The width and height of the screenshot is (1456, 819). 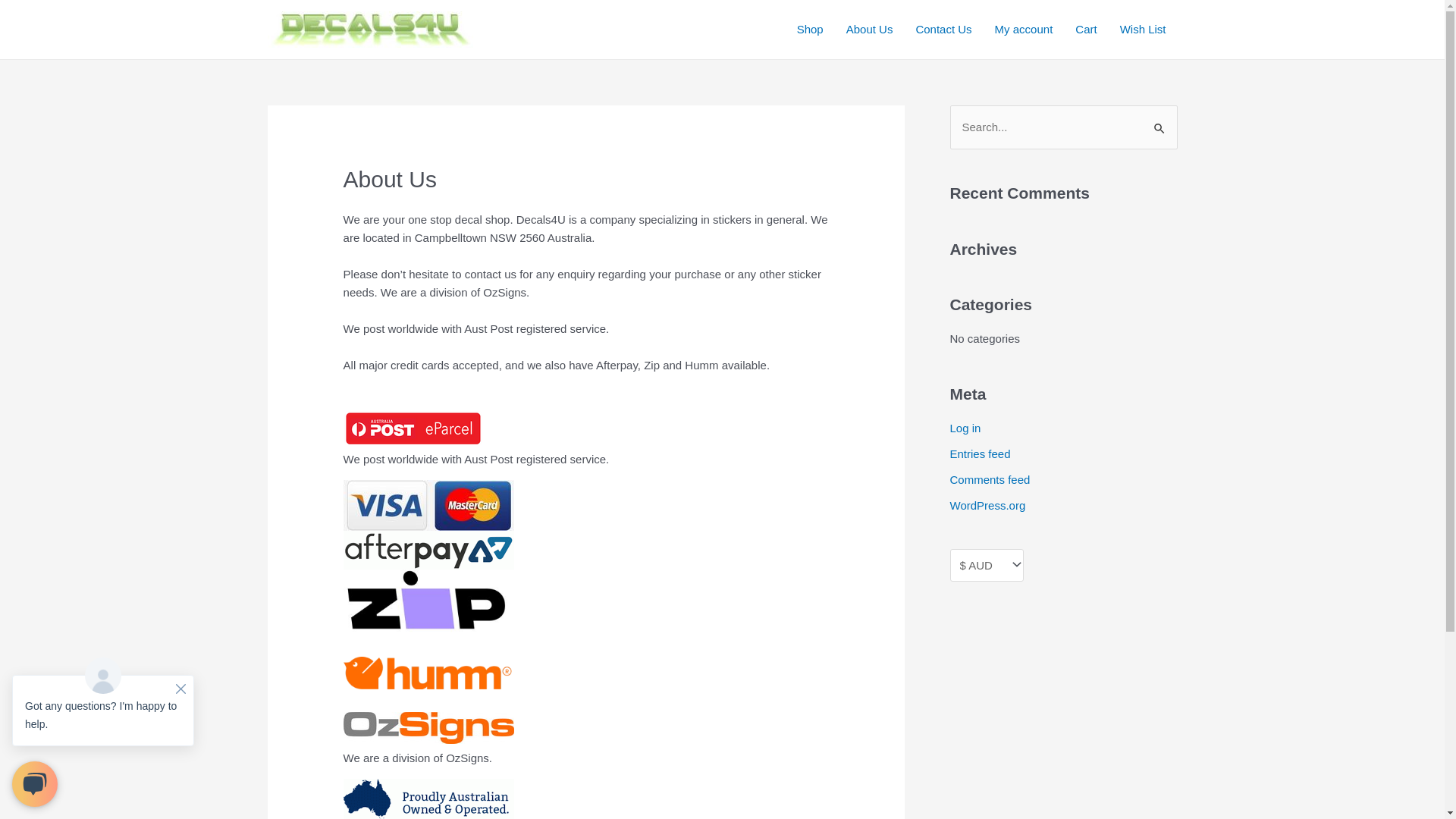 What do you see at coordinates (964, 428) in the screenshot?
I see `'Log in'` at bounding box center [964, 428].